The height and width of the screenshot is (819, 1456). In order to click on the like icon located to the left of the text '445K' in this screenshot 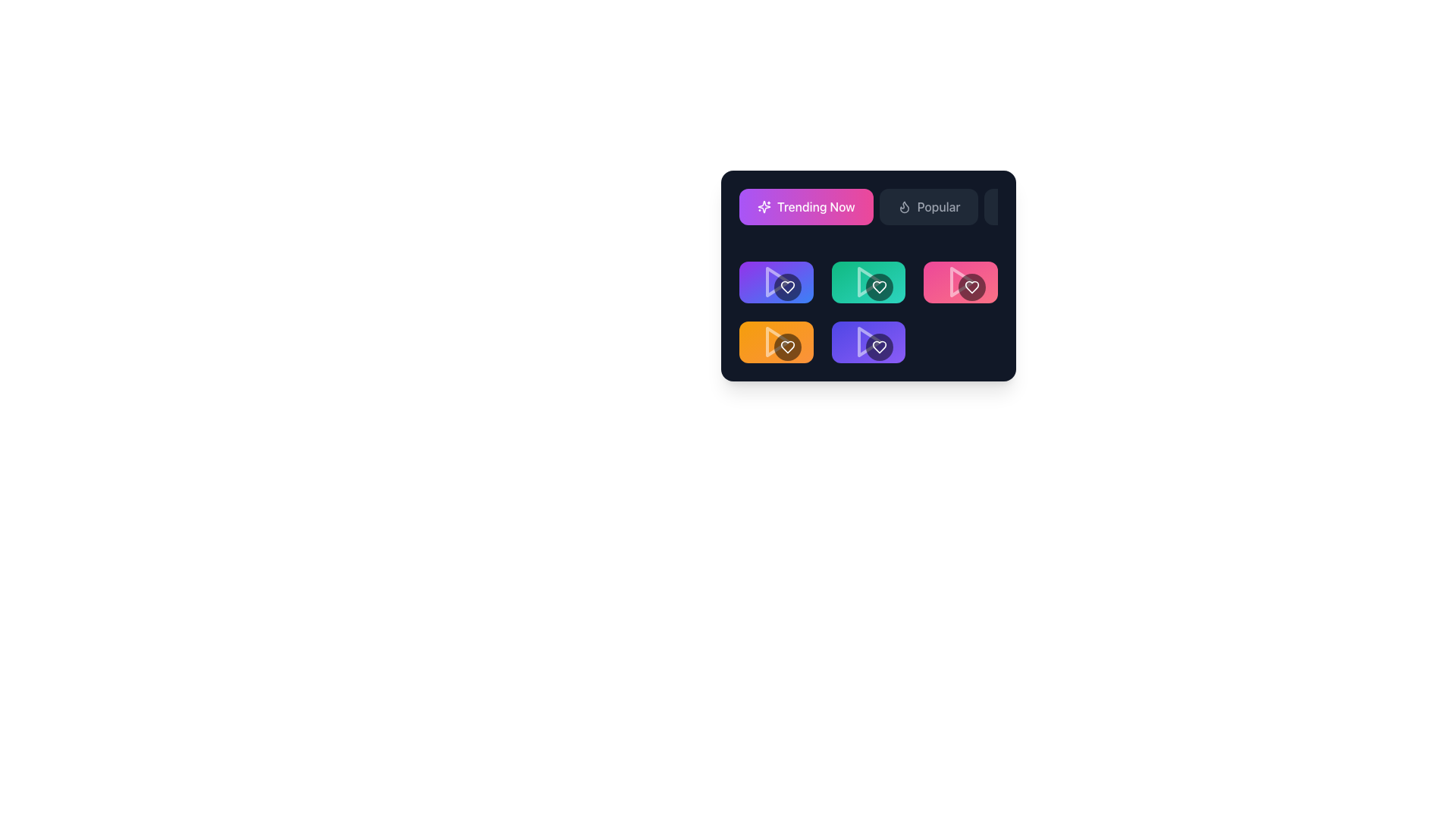, I will do `click(953, 275)`.